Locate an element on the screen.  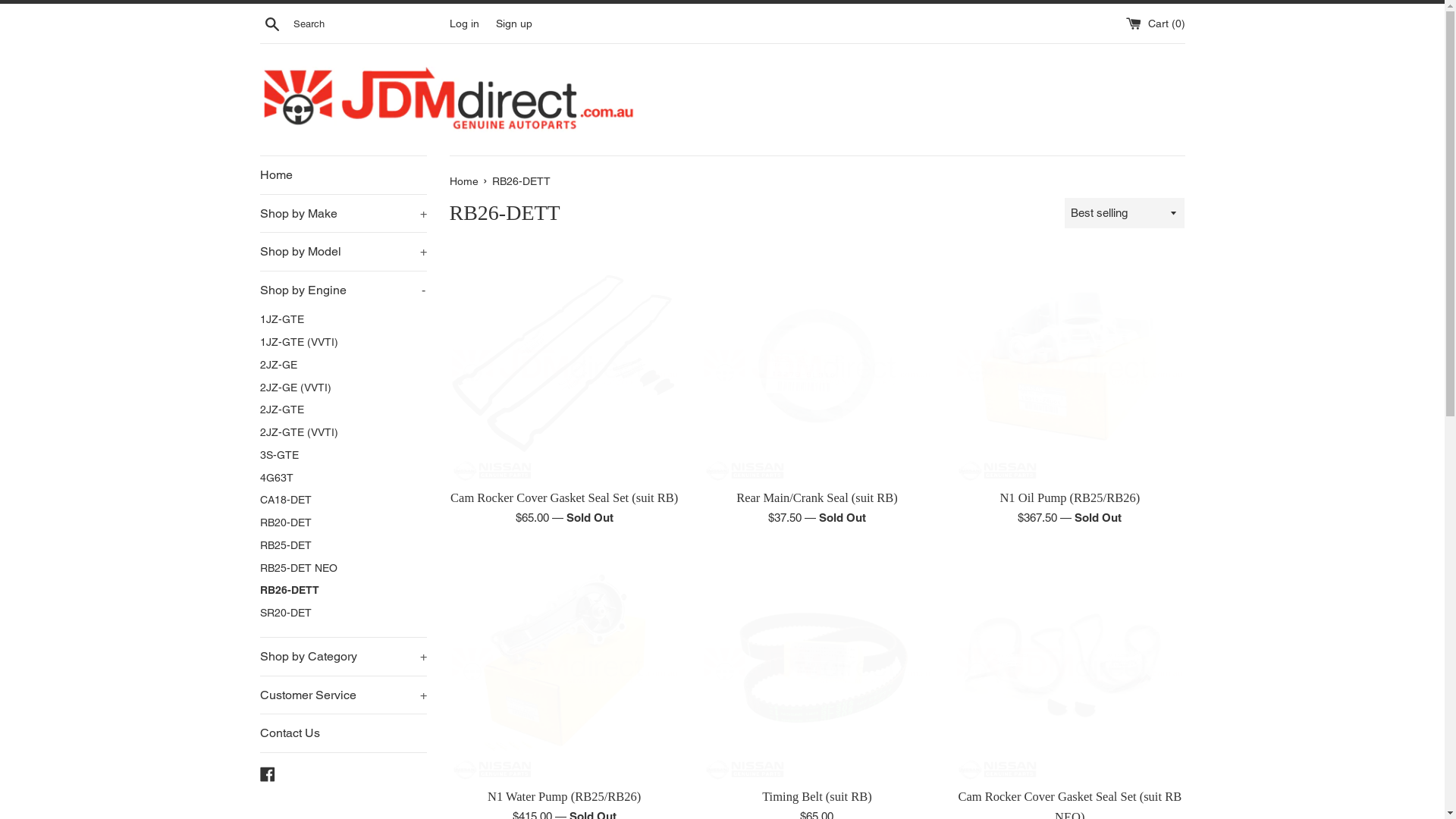
'RB25-DET' is located at coordinates (259, 546).